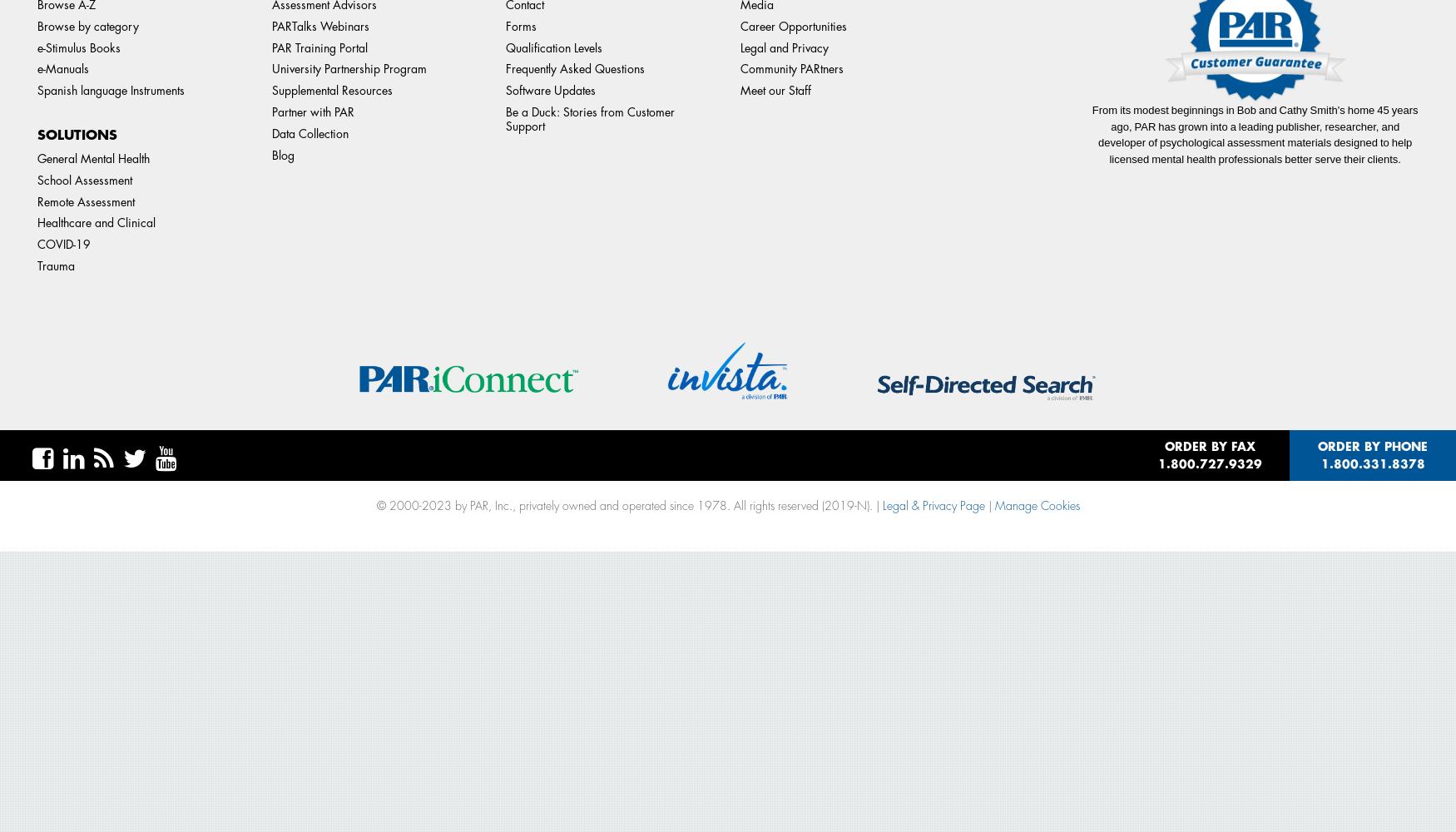  Describe the element at coordinates (739, 68) in the screenshot. I see `'Community PARtners'` at that location.